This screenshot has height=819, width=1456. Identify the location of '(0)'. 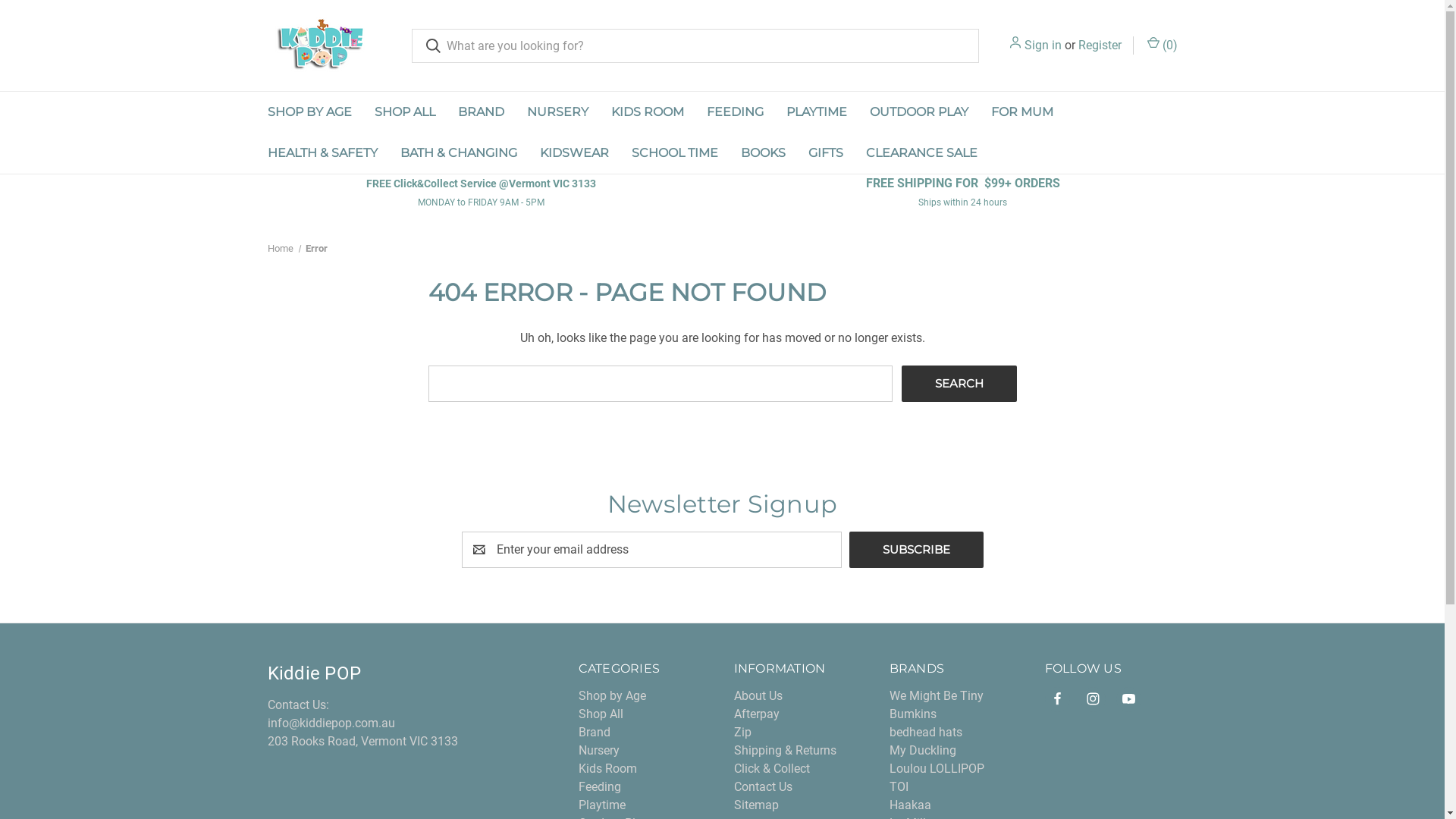
(1145, 45).